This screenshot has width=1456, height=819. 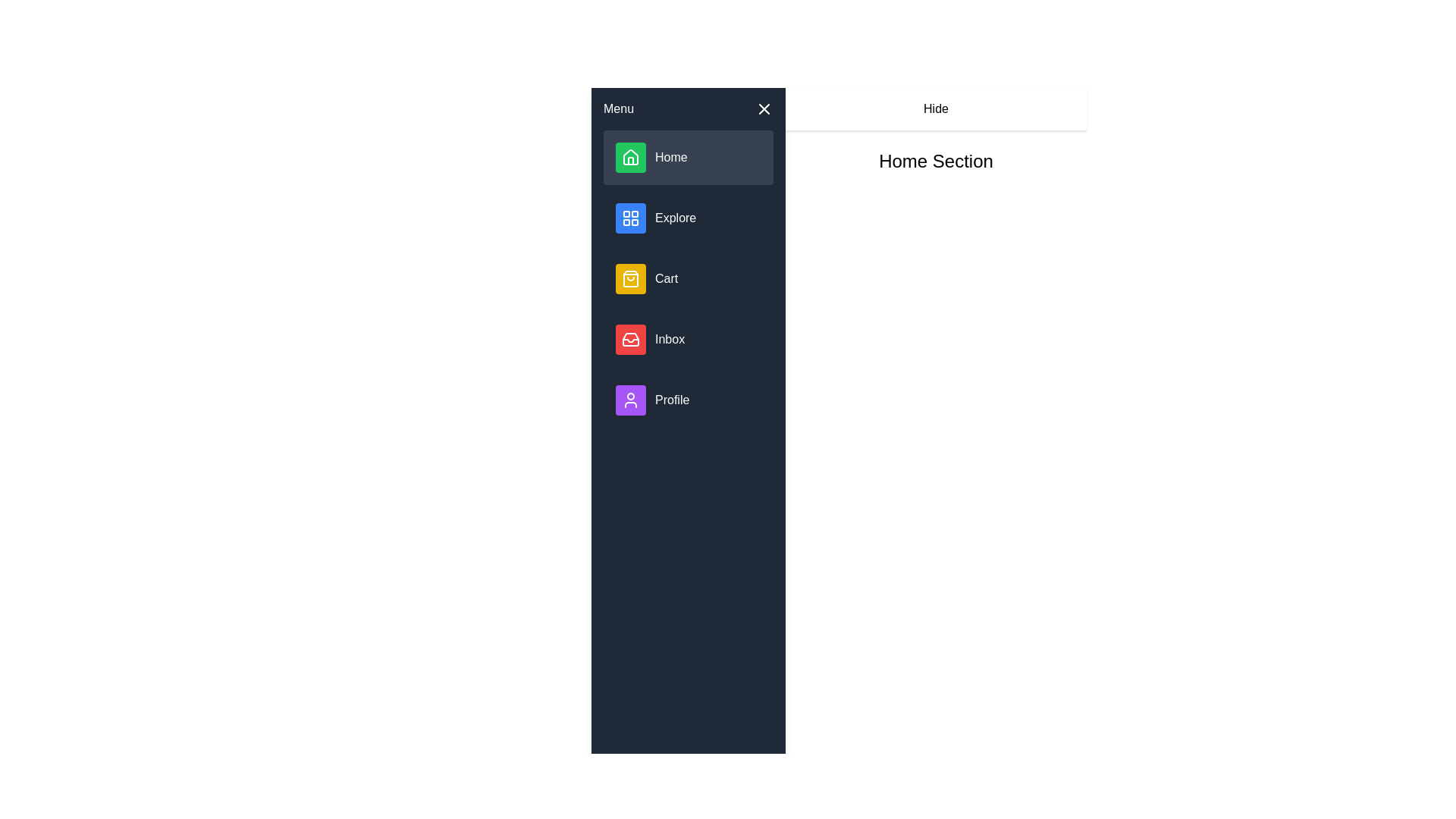 I want to click on text 'Inbox' from the text label located in the sidebar menu, which is styled in a standard typeface and positioned immediately to the right of a red-styled inbox icon, so click(x=669, y=338).